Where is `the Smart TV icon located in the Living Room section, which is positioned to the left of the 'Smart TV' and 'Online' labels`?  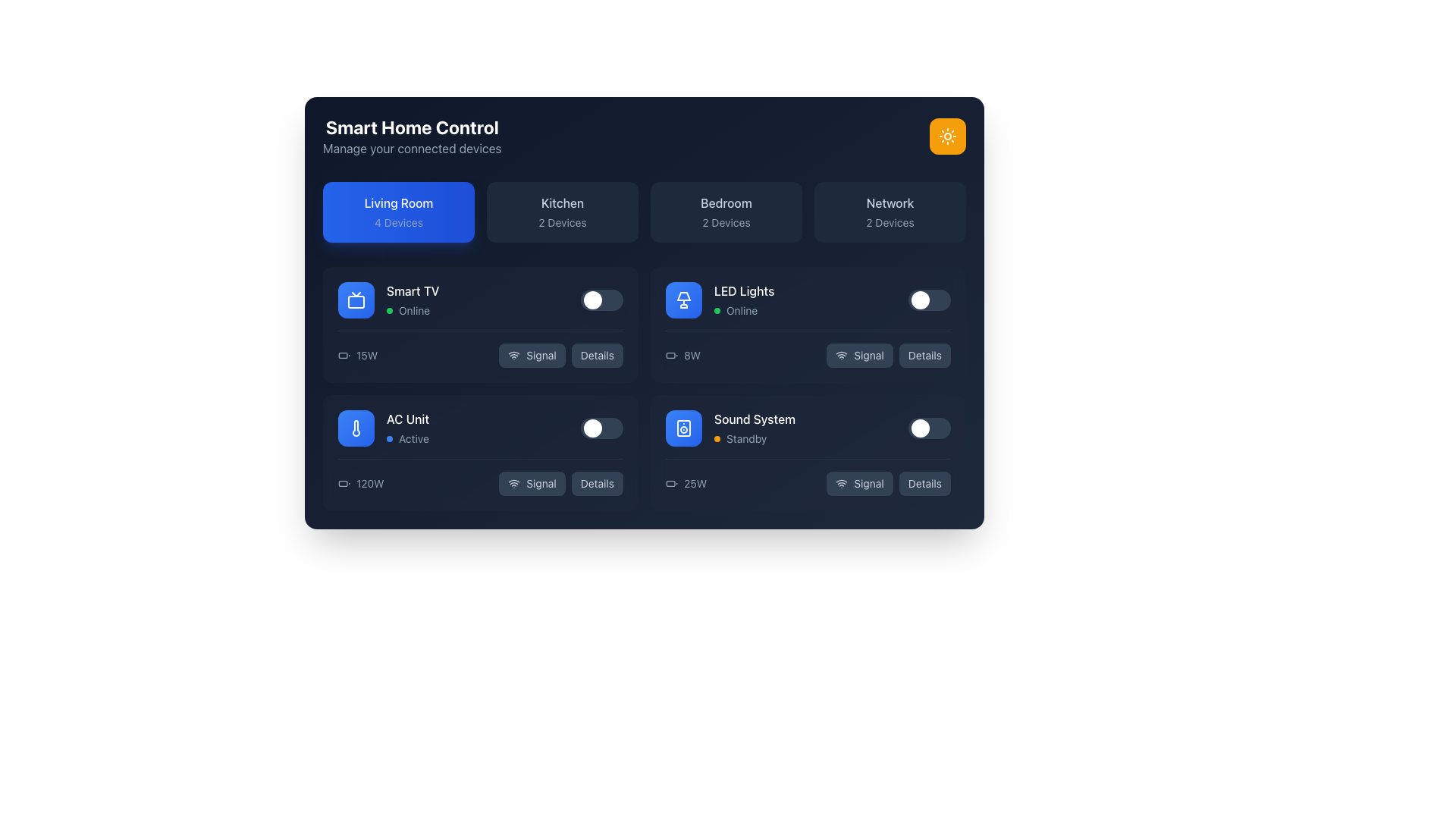 the Smart TV icon located in the Living Room section, which is positioned to the left of the 'Smart TV' and 'Online' labels is located at coordinates (356, 300).